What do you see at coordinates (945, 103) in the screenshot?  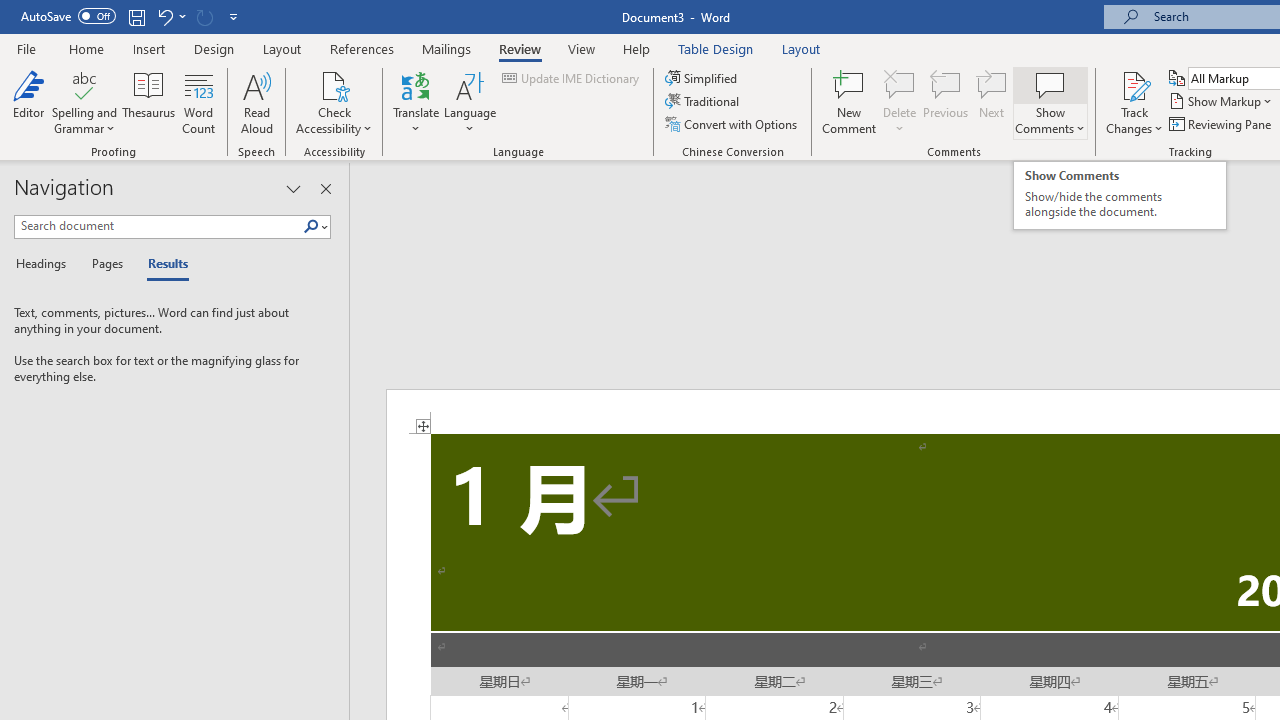 I see `'Previous'` at bounding box center [945, 103].